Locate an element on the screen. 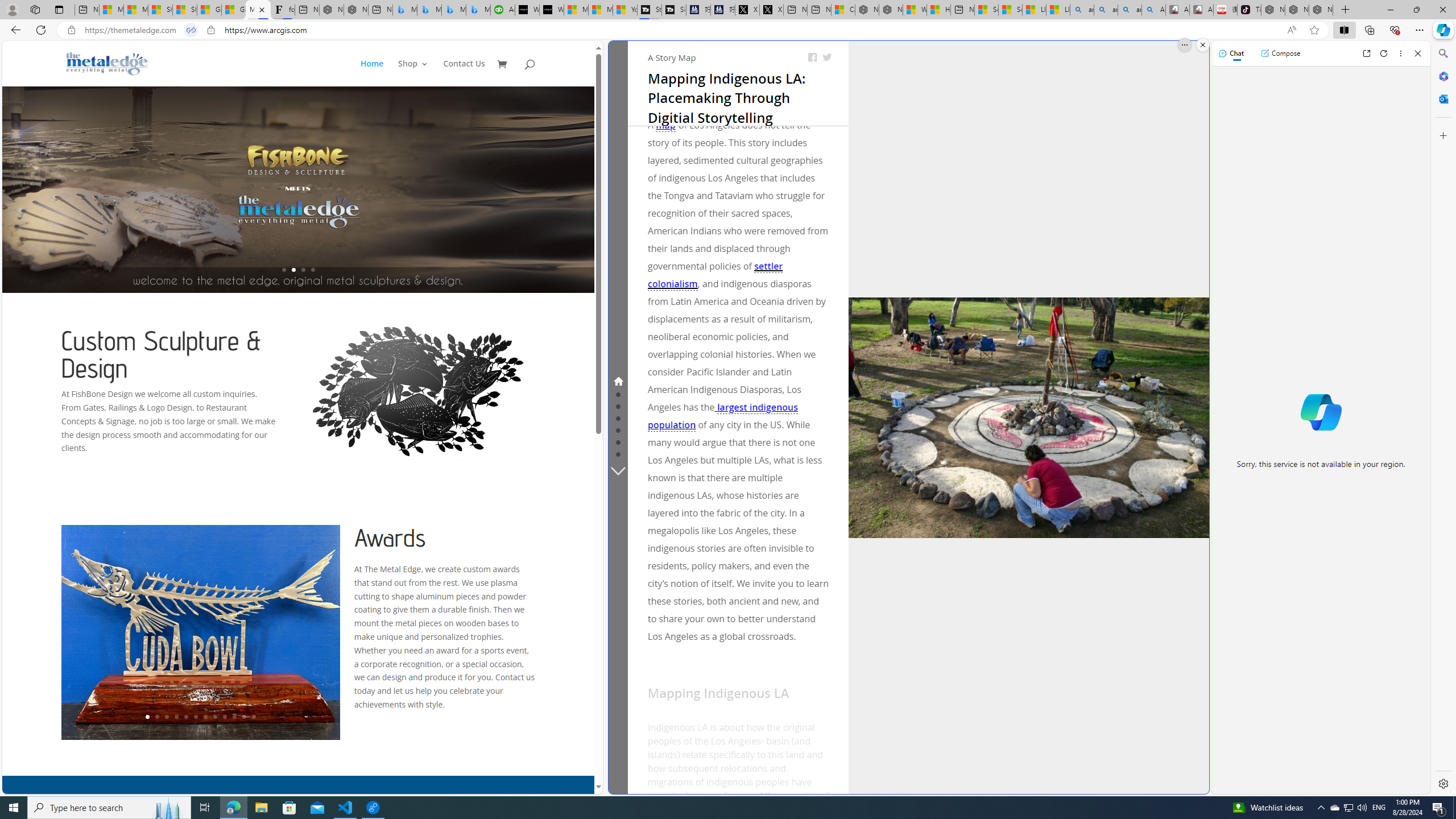  'Go to section 5: American Indians in Los Angeles ' is located at coordinates (617, 429).